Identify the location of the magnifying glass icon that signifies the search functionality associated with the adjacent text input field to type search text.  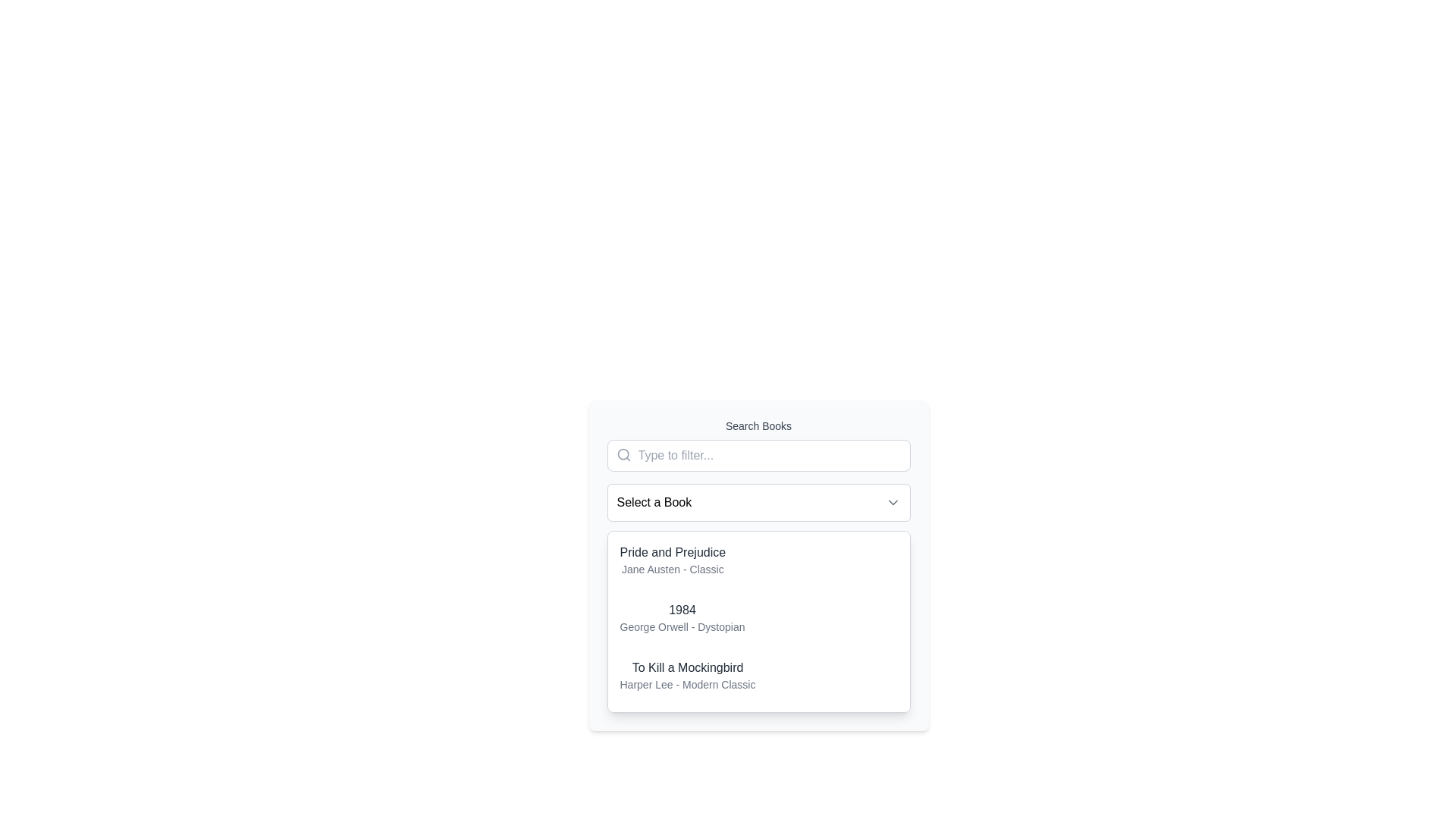
(623, 454).